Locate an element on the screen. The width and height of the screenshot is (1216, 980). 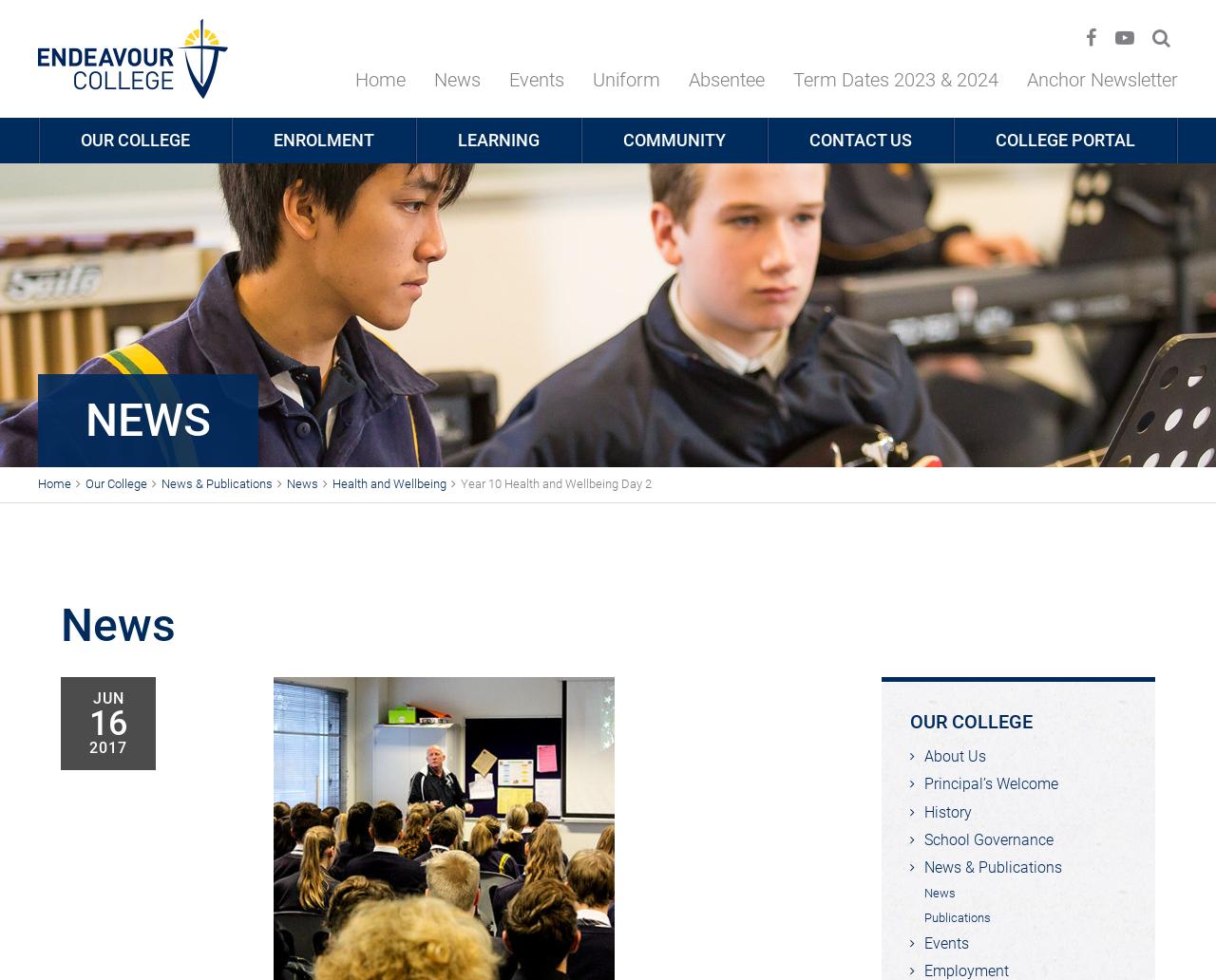
'About Us' is located at coordinates (955, 756).